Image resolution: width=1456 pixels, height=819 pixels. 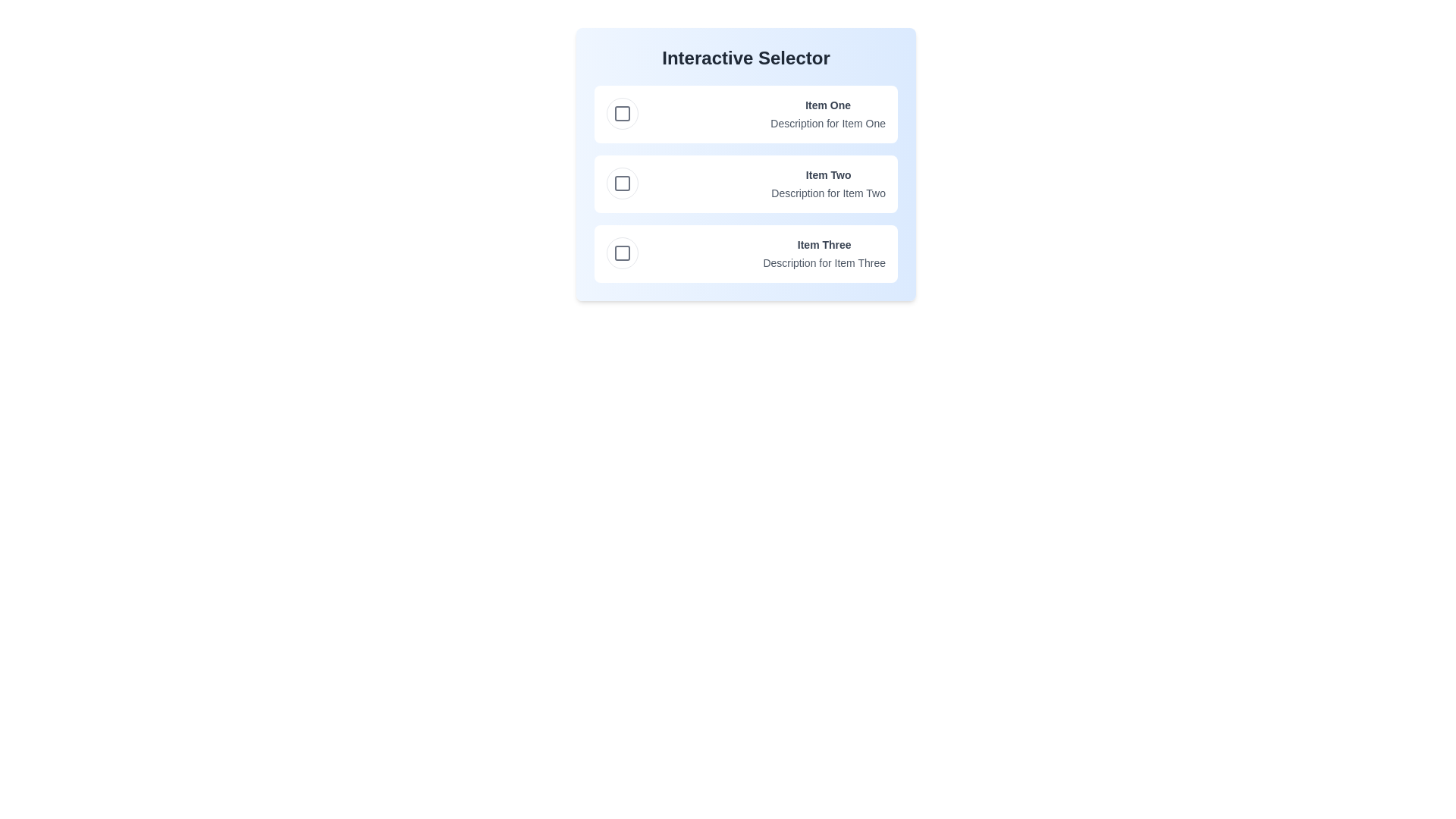 I want to click on the decorative SVG element that indicates selection or interaction status for the 'Item One' in the Interactive Selector panel, so click(x=622, y=113).